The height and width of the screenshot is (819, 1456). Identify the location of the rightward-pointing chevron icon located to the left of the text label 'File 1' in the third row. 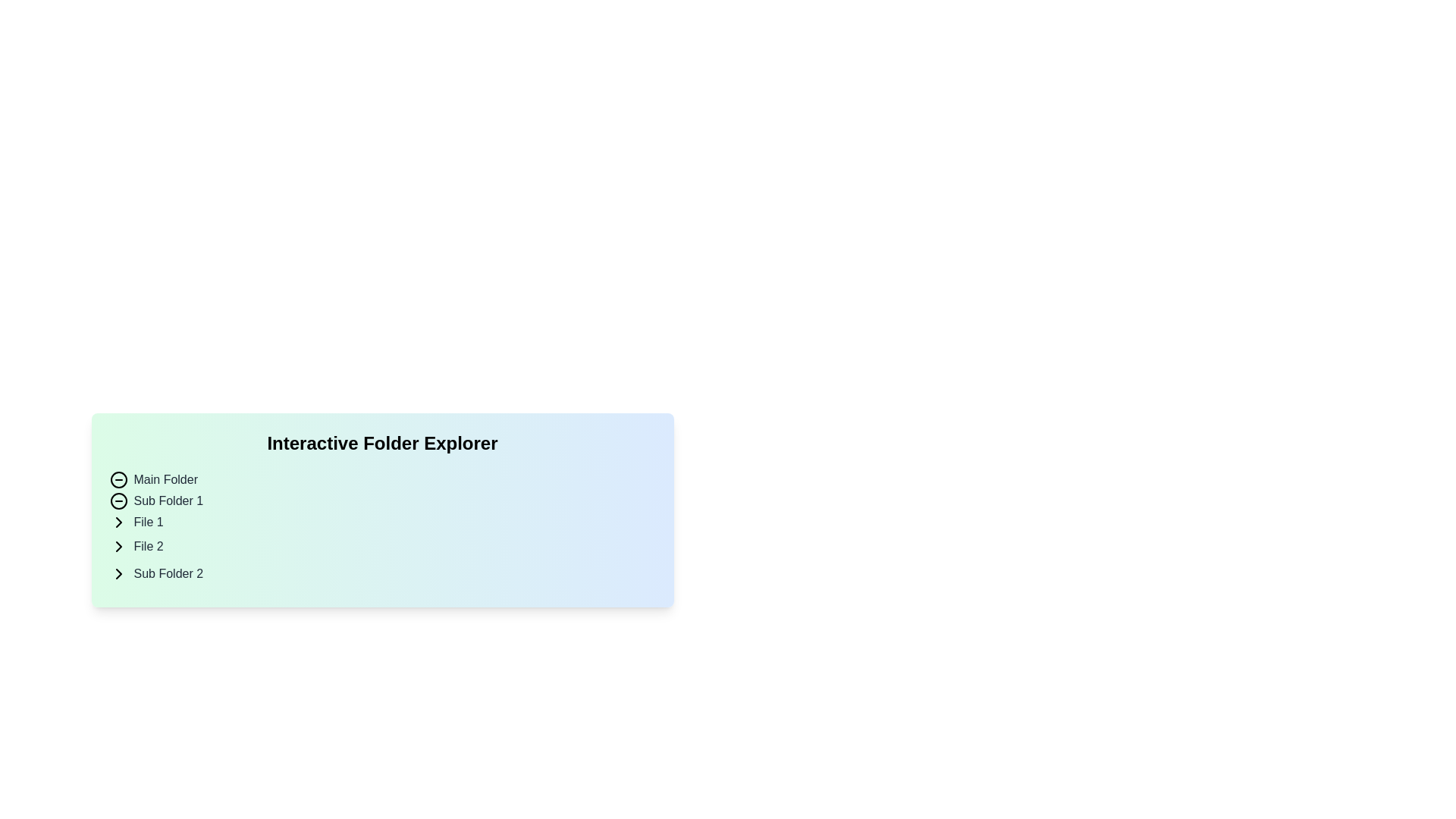
(118, 522).